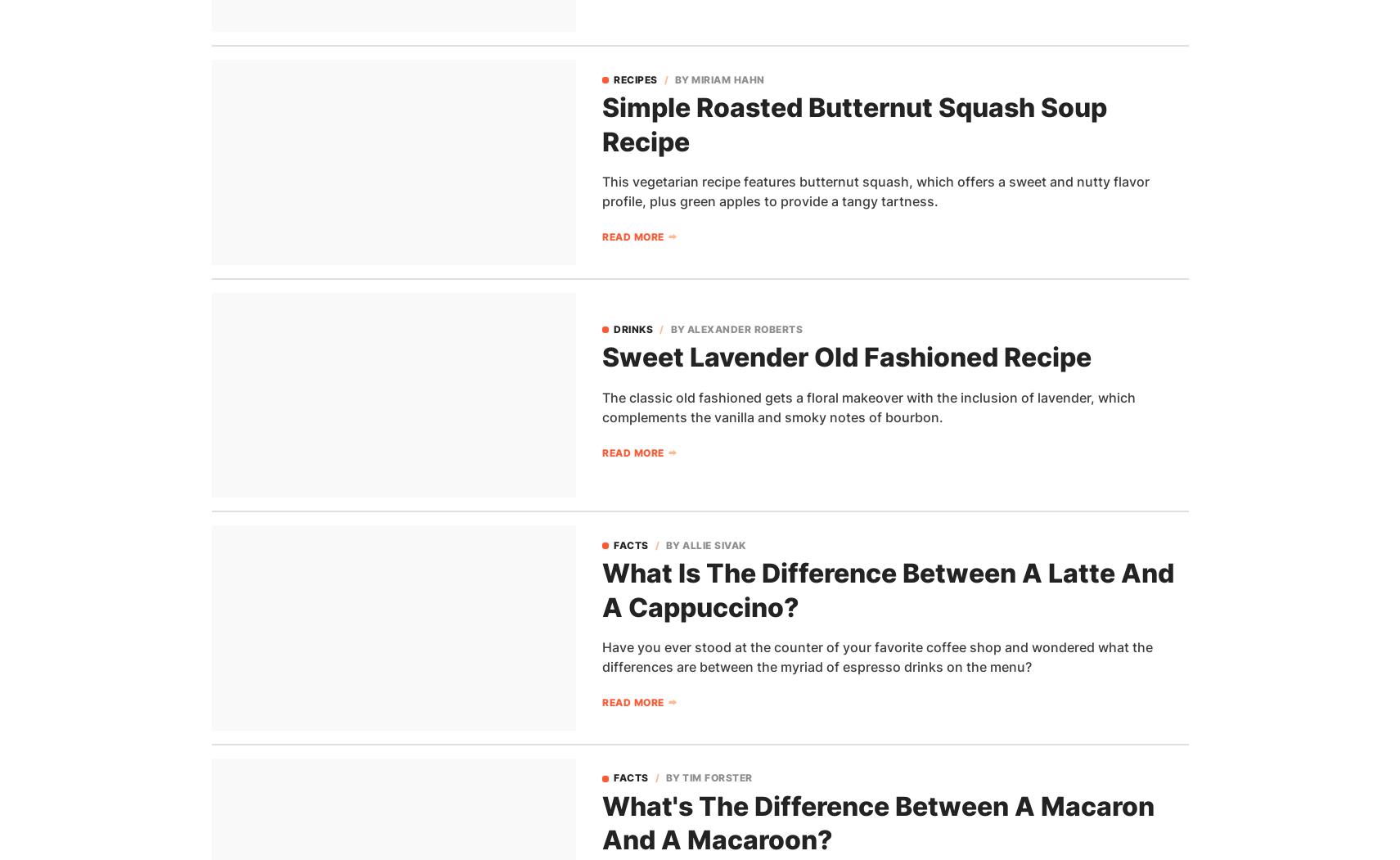 This screenshot has width=1400, height=860. I want to click on 'What's The Difference Between A Macaron And A Macaroon?', so click(601, 822).